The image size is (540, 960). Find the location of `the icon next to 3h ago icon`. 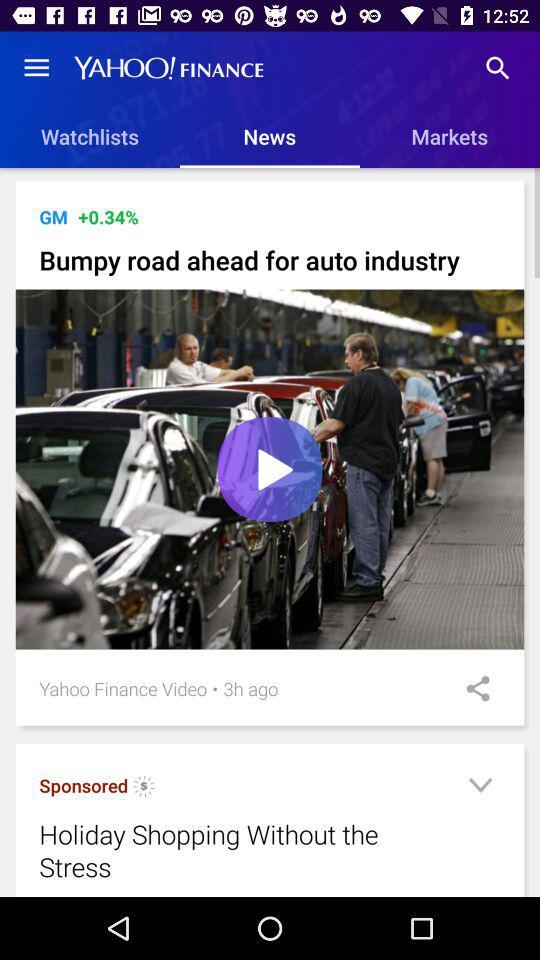

the icon next to 3h ago icon is located at coordinates (214, 688).